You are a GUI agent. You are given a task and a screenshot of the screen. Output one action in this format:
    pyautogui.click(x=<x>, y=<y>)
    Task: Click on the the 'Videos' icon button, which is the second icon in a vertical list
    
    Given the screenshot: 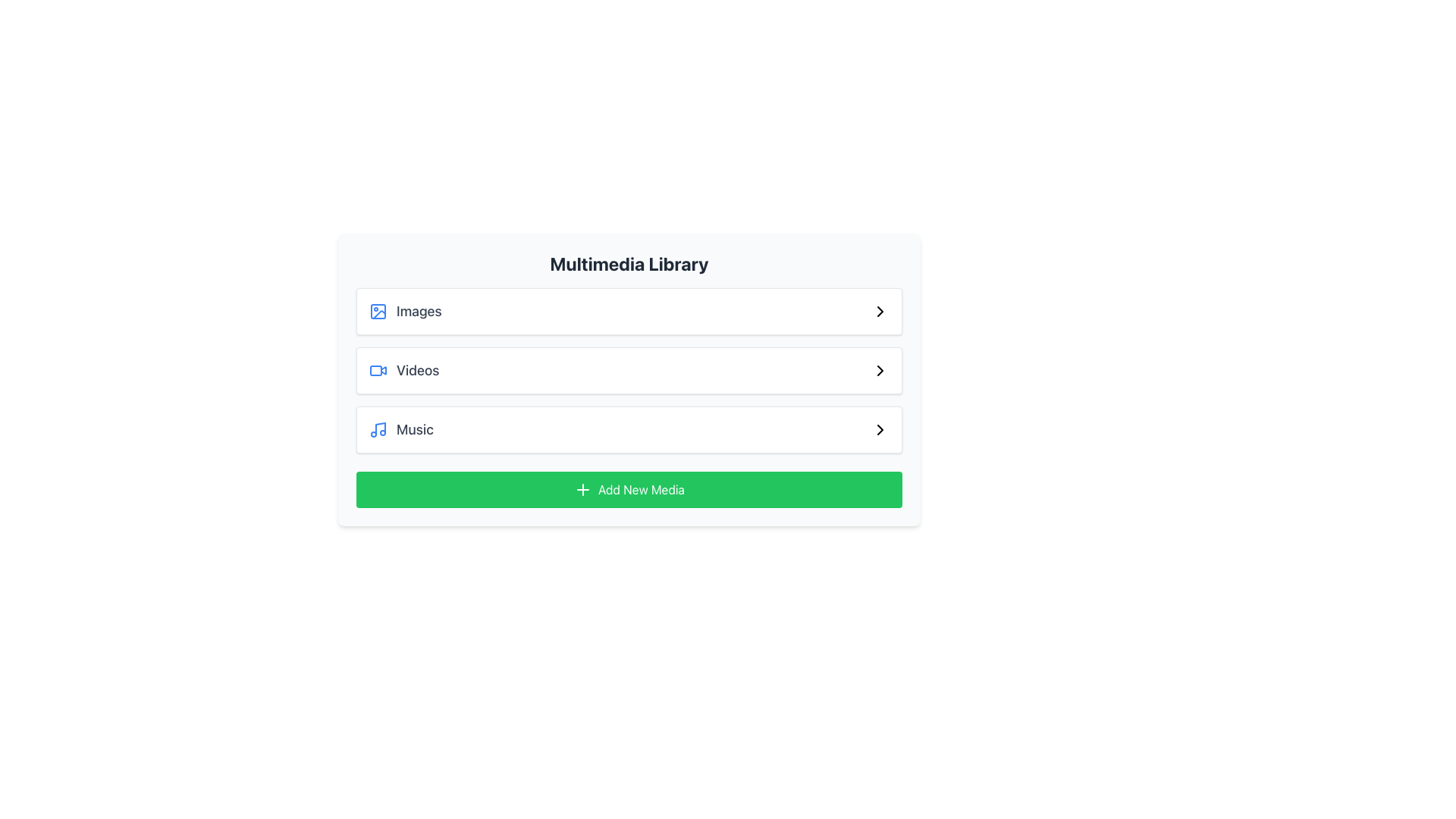 What is the action you would take?
    pyautogui.click(x=880, y=371)
    